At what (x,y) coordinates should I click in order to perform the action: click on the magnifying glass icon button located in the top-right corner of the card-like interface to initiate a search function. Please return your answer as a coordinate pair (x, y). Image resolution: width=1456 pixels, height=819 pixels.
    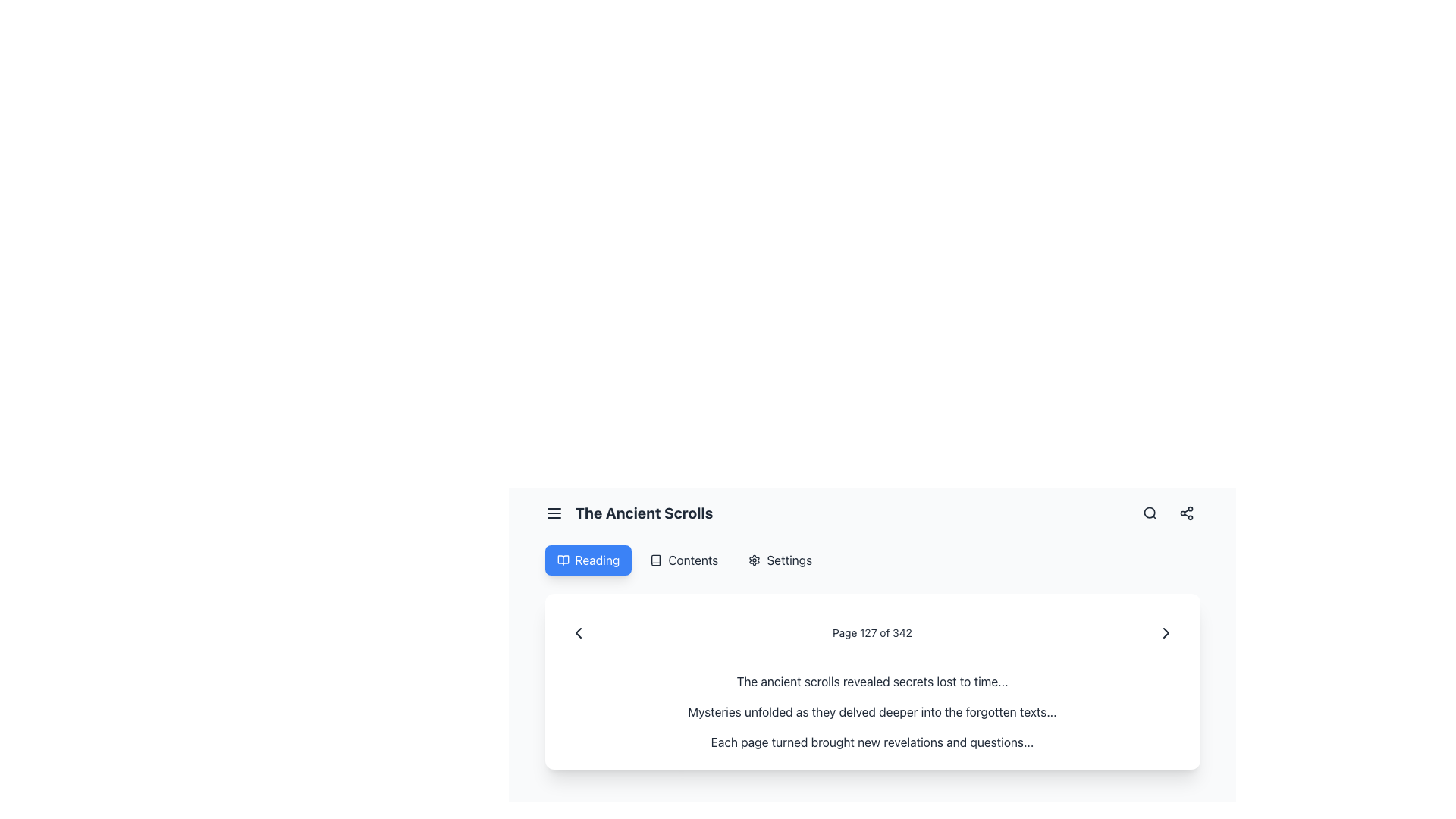
    Looking at the image, I should click on (1150, 513).